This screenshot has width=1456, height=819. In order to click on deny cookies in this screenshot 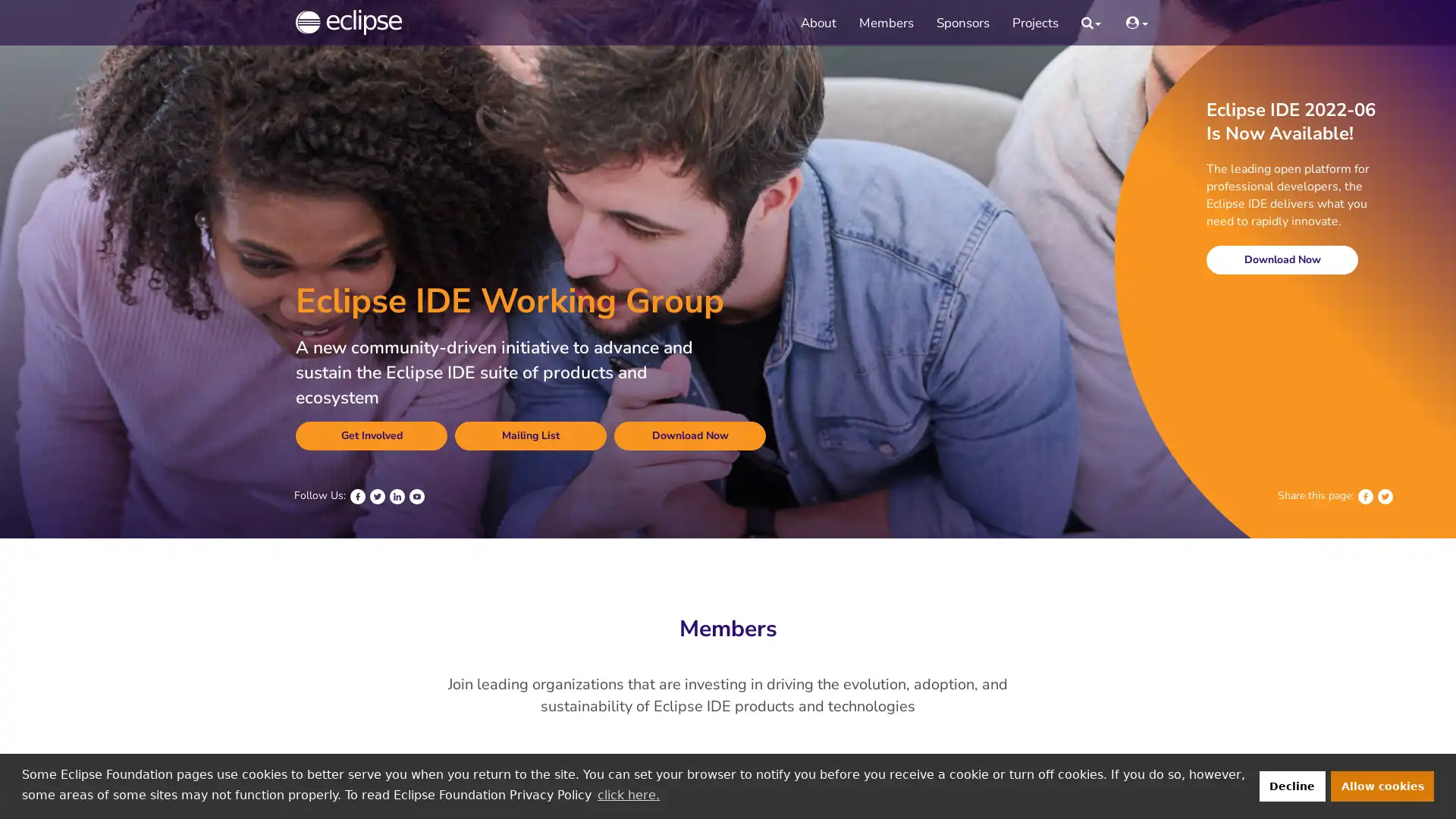, I will do `click(1291, 785)`.